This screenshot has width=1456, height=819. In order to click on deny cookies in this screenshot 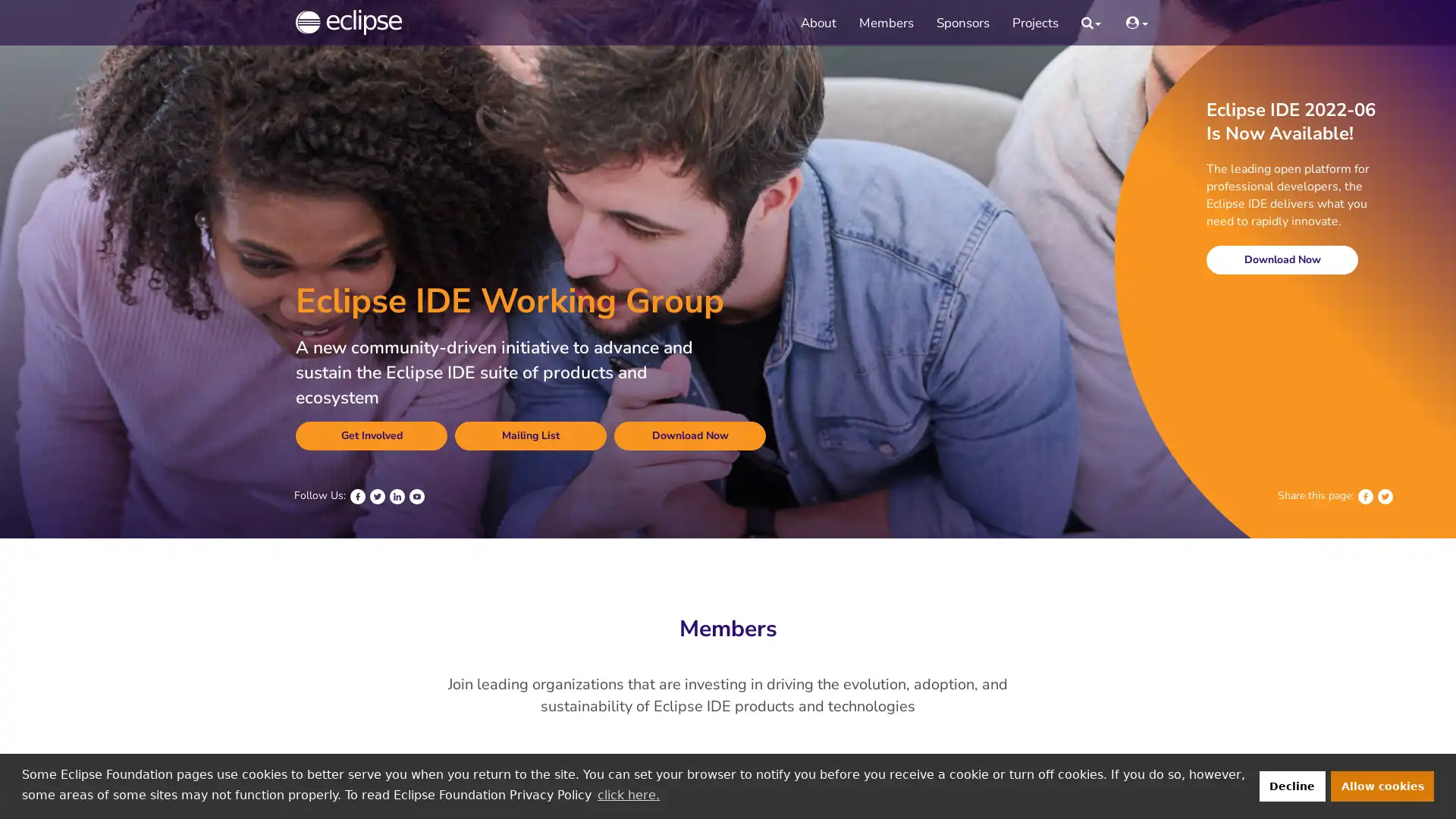, I will do `click(1291, 785)`.